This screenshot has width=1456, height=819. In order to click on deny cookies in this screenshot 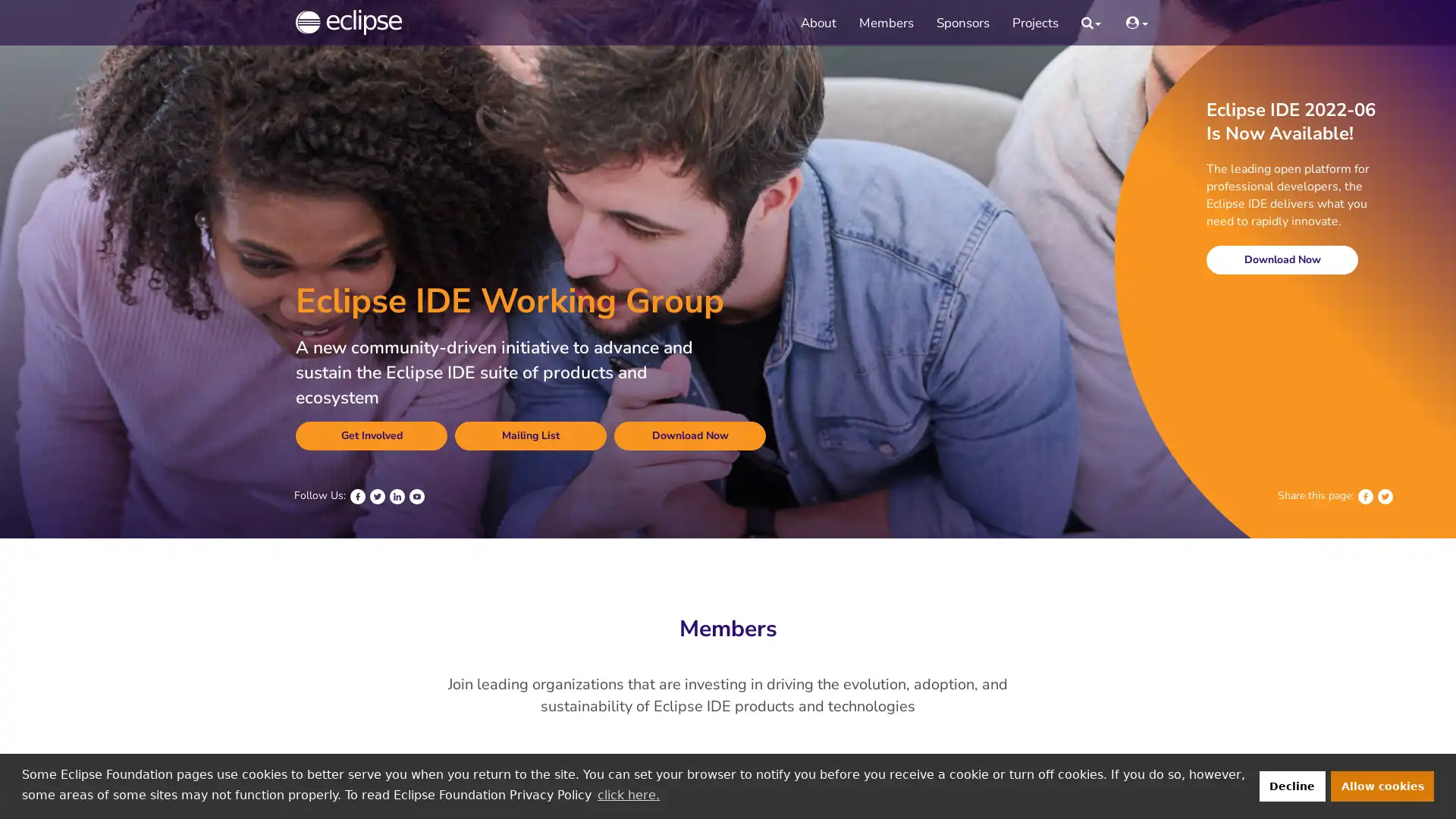, I will do `click(1291, 785)`.